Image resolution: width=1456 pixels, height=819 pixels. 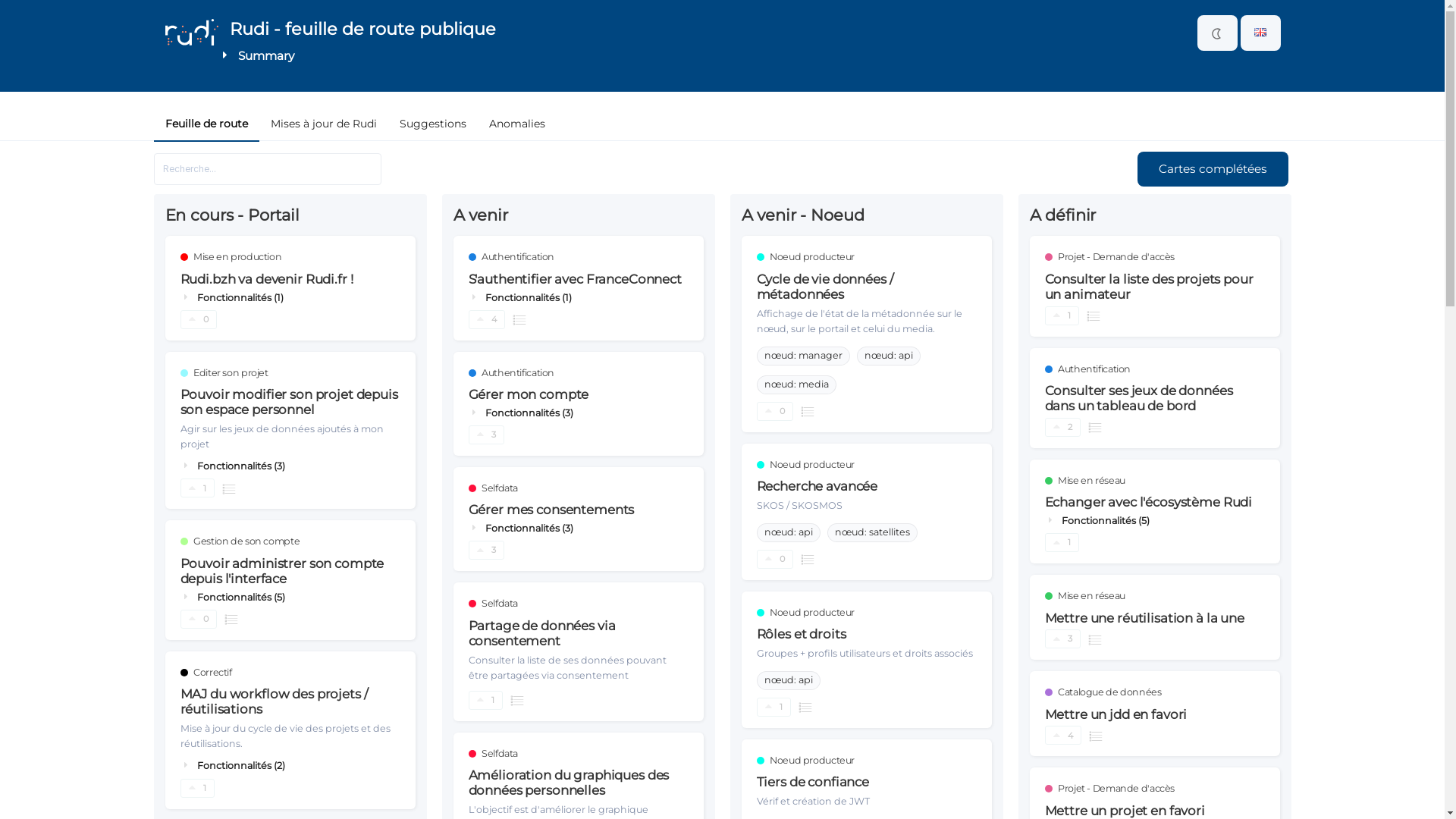 I want to click on '2', so click(x=1043, y=427).